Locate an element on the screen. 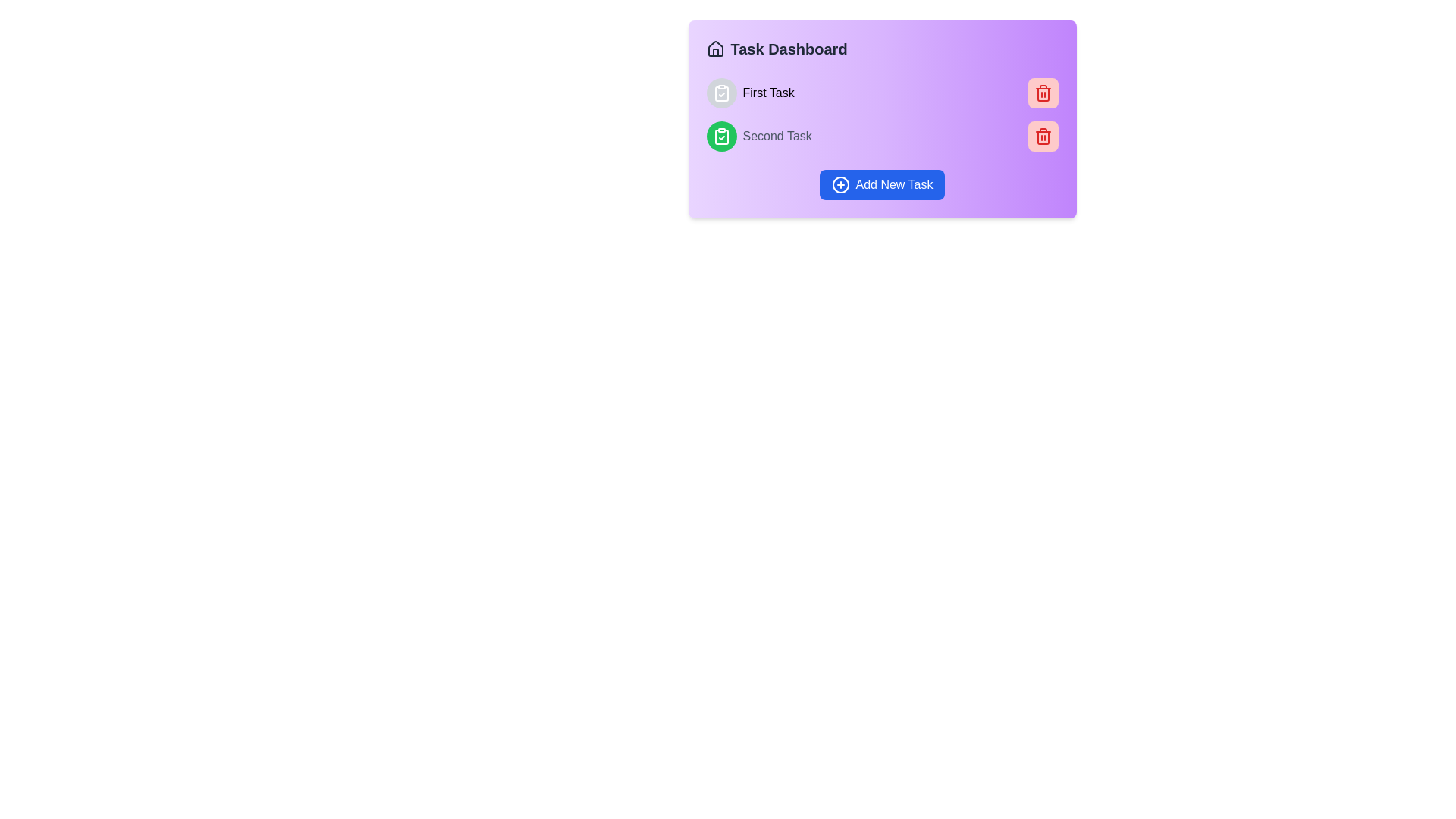 Image resolution: width=1456 pixels, height=819 pixels. the delete button for 'First Task', located at the right end of its task row, to observe the hover effects is located at coordinates (1042, 93).